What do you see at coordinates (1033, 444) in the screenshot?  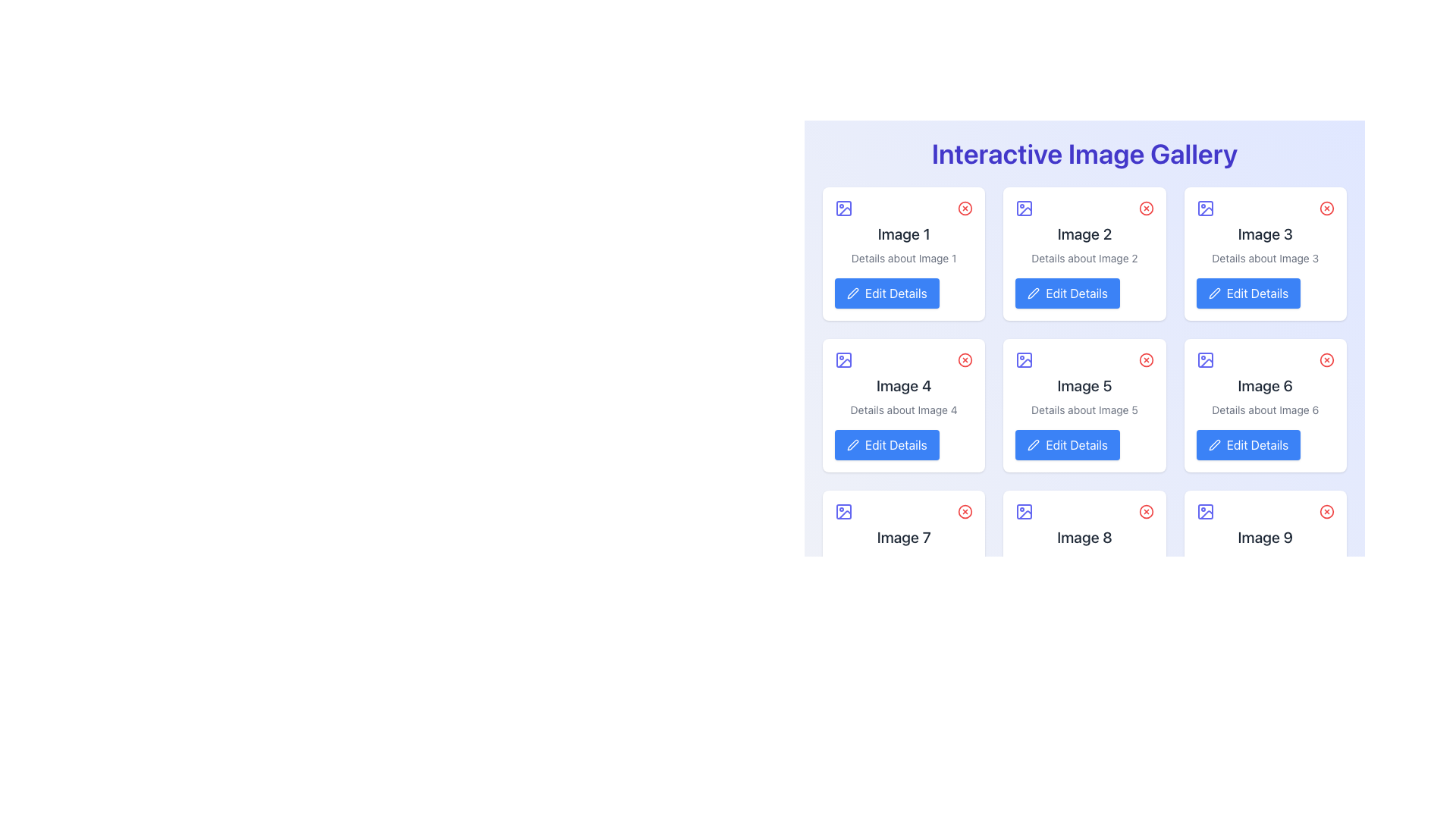 I see `the 'Edit Details' button icon for 'Image 5' located in the center column of the second row in the 3x3 grid of the 'Interactive Image Gallery'` at bounding box center [1033, 444].